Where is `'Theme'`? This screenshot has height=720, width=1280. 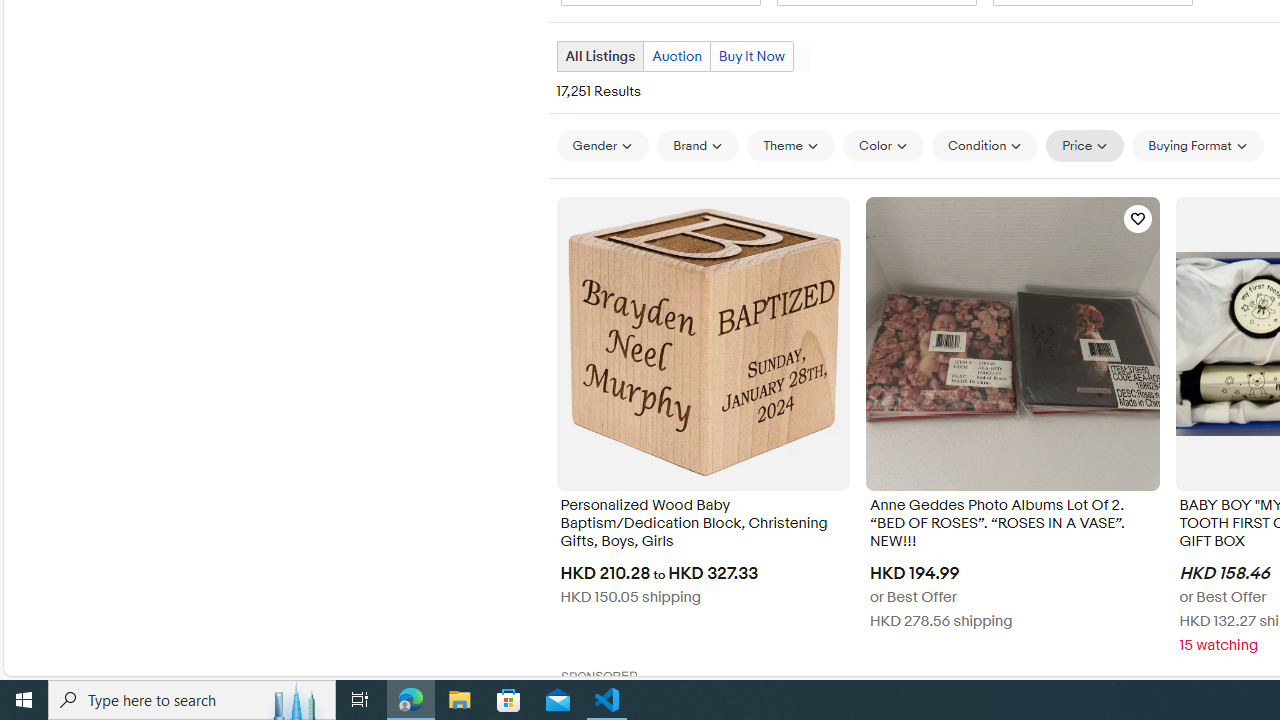 'Theme' is located at coordinates (790, 145).